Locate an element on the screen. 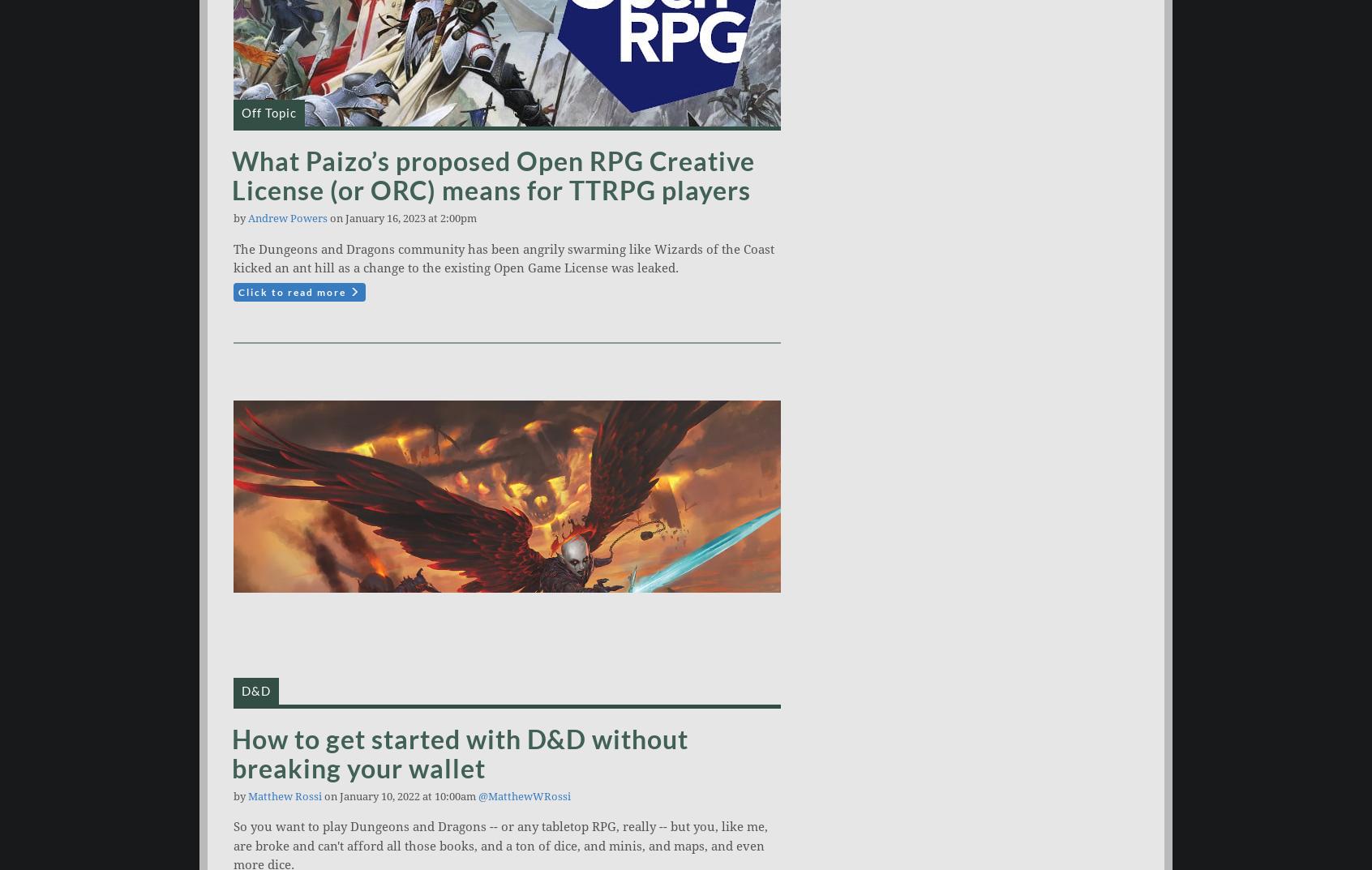  'on January 16, 2023 at 2:00pm' is located at coordinates (401, 217).